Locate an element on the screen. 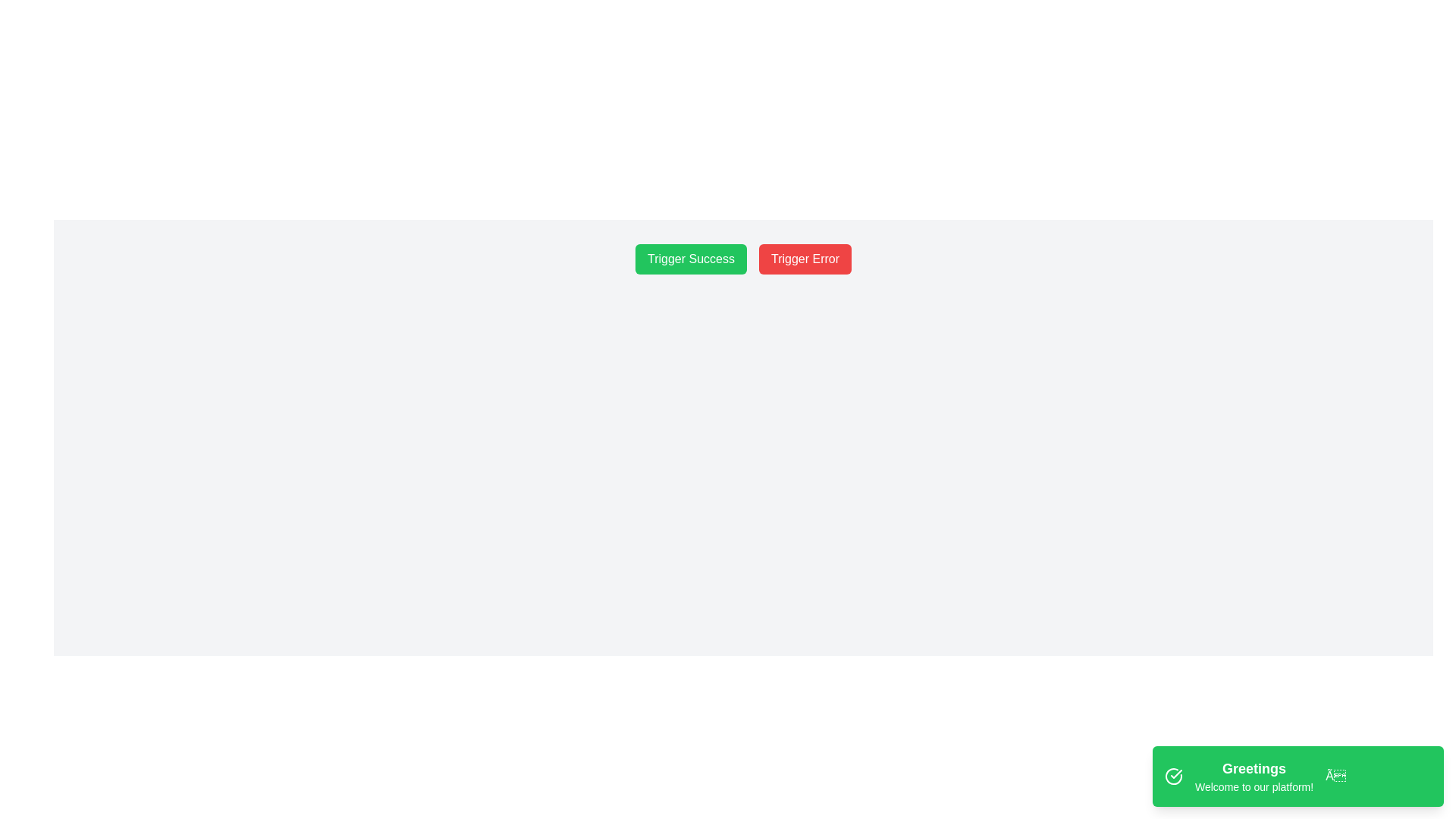 The height and width of the screenshot is (819, 1456). text displayed in the Text Display component that shows 'Welcome to our platform!' located under the heading 'Greetings' in the green section is located at coordinates (1254, 786).